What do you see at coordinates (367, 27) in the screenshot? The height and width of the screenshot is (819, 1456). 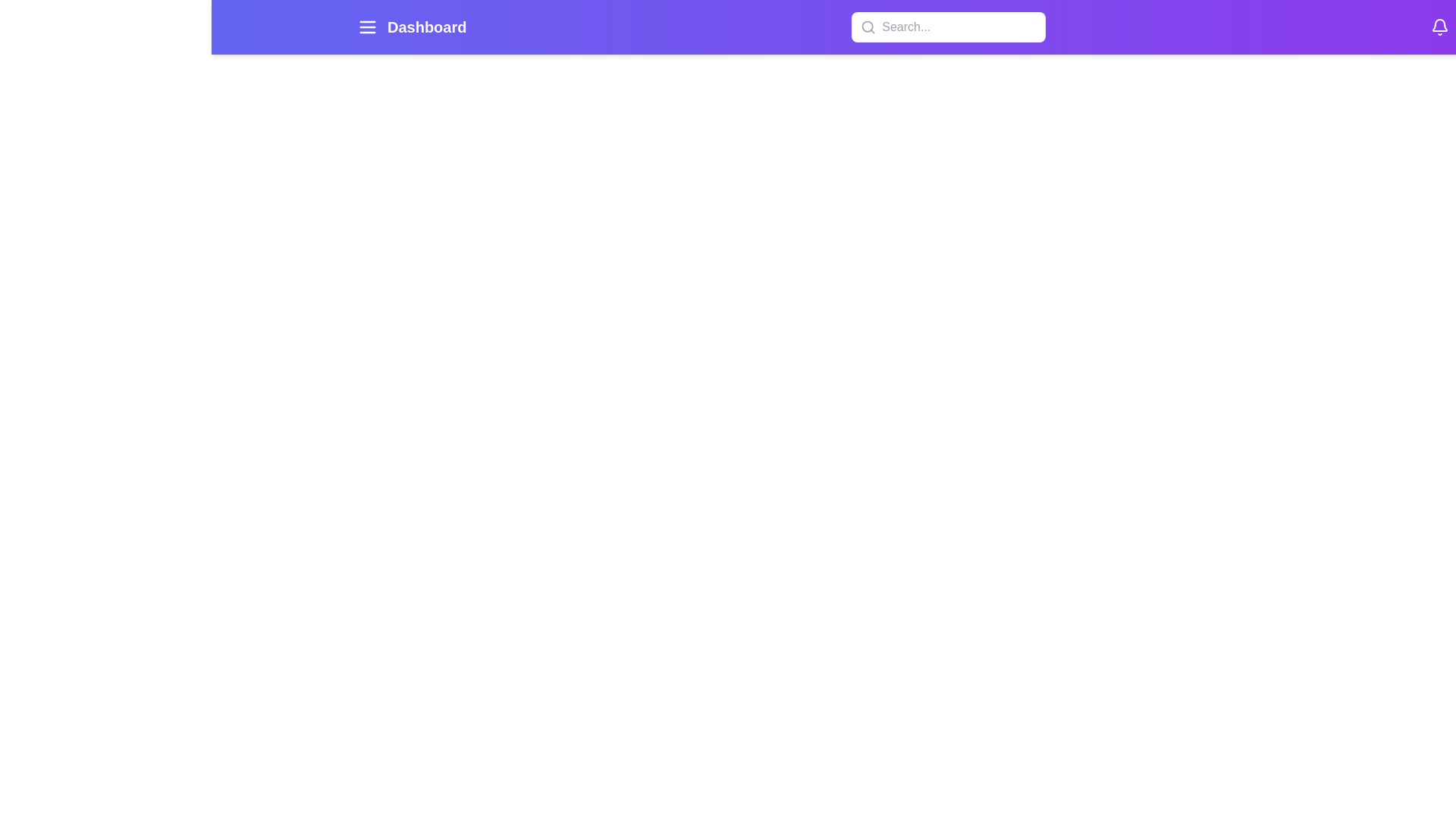 I see `the menu icon in the top-left corner` at bounding box center [367, 27].